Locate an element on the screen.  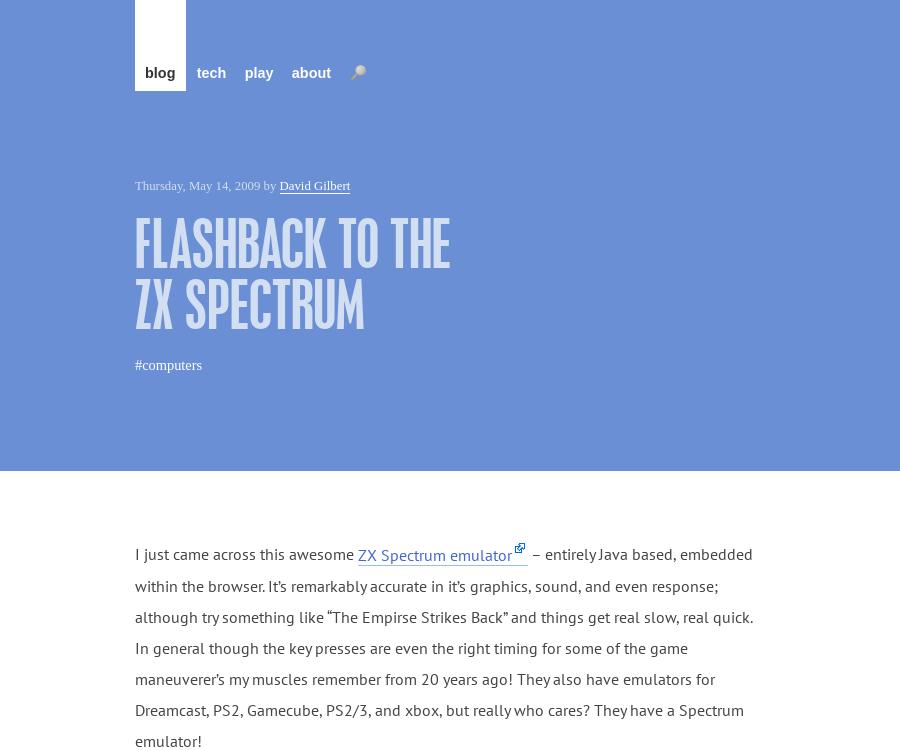
'Thursday, May 14, 2009	by' is located at coordinates (207, 186).